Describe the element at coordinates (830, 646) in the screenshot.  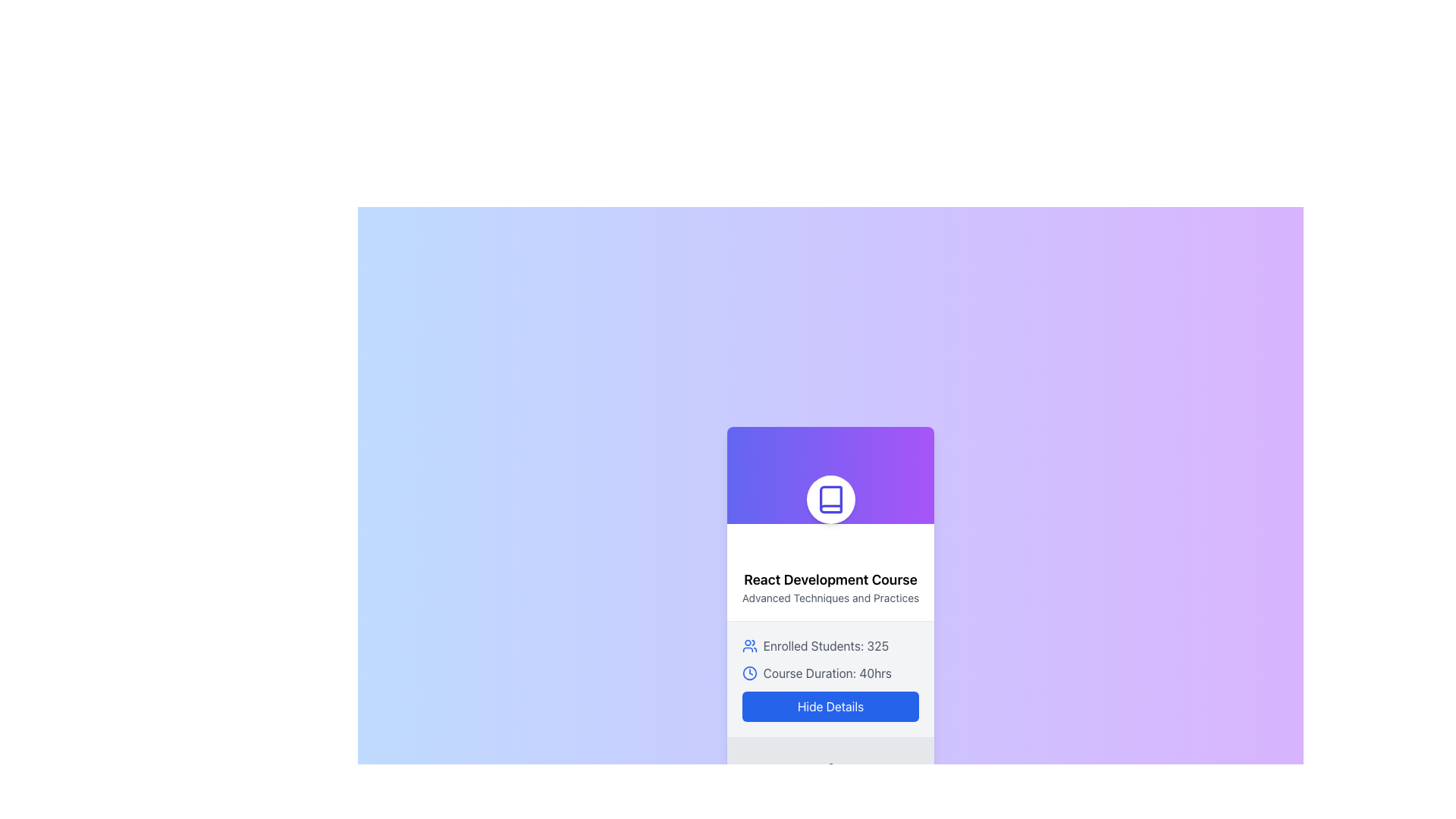
I see `information from the informational label displaying 'Enrolled Students: 325' located beneath the title 'React Development Course'` at that location.